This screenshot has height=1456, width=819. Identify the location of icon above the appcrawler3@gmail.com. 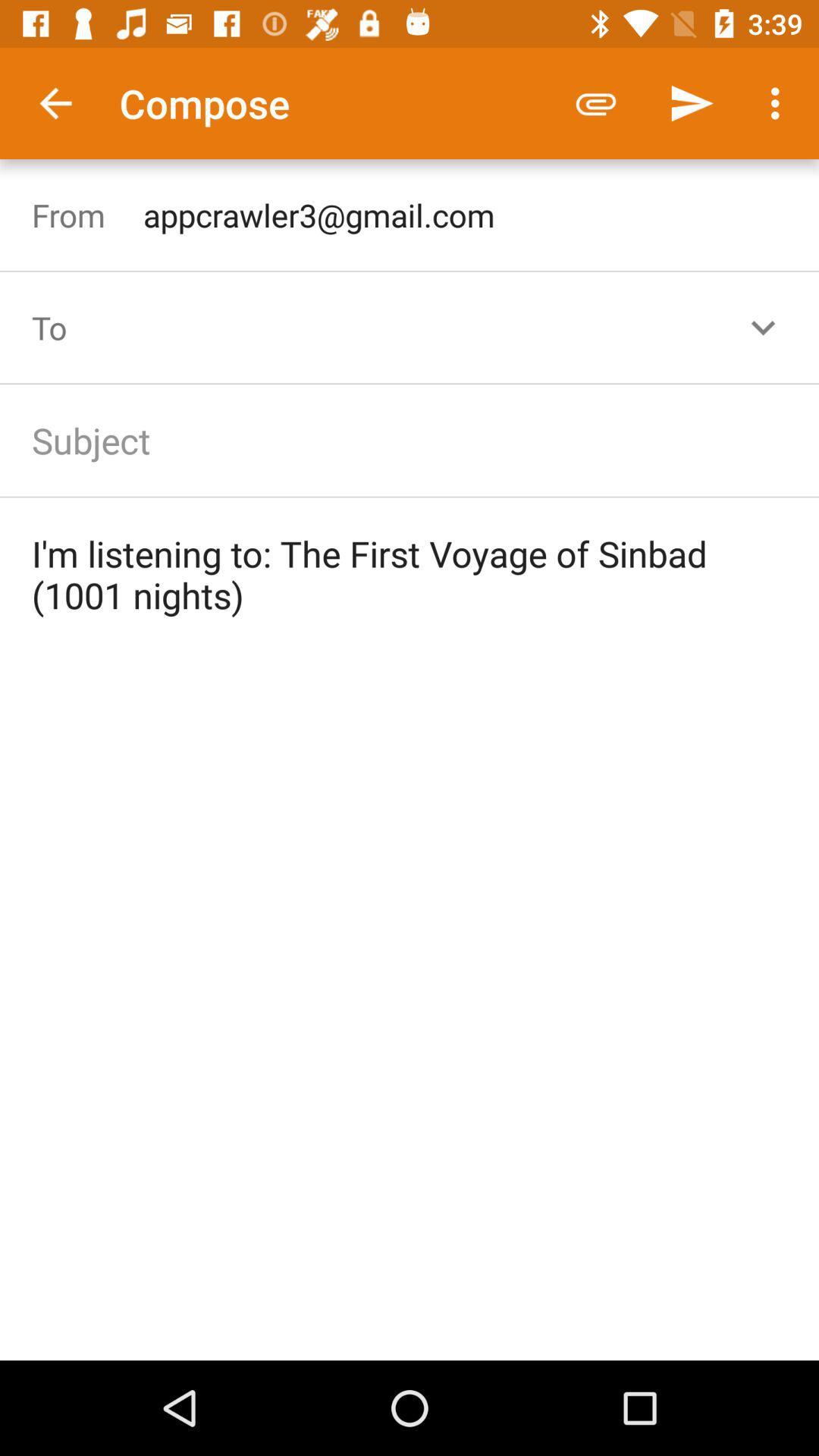
(595, 102).